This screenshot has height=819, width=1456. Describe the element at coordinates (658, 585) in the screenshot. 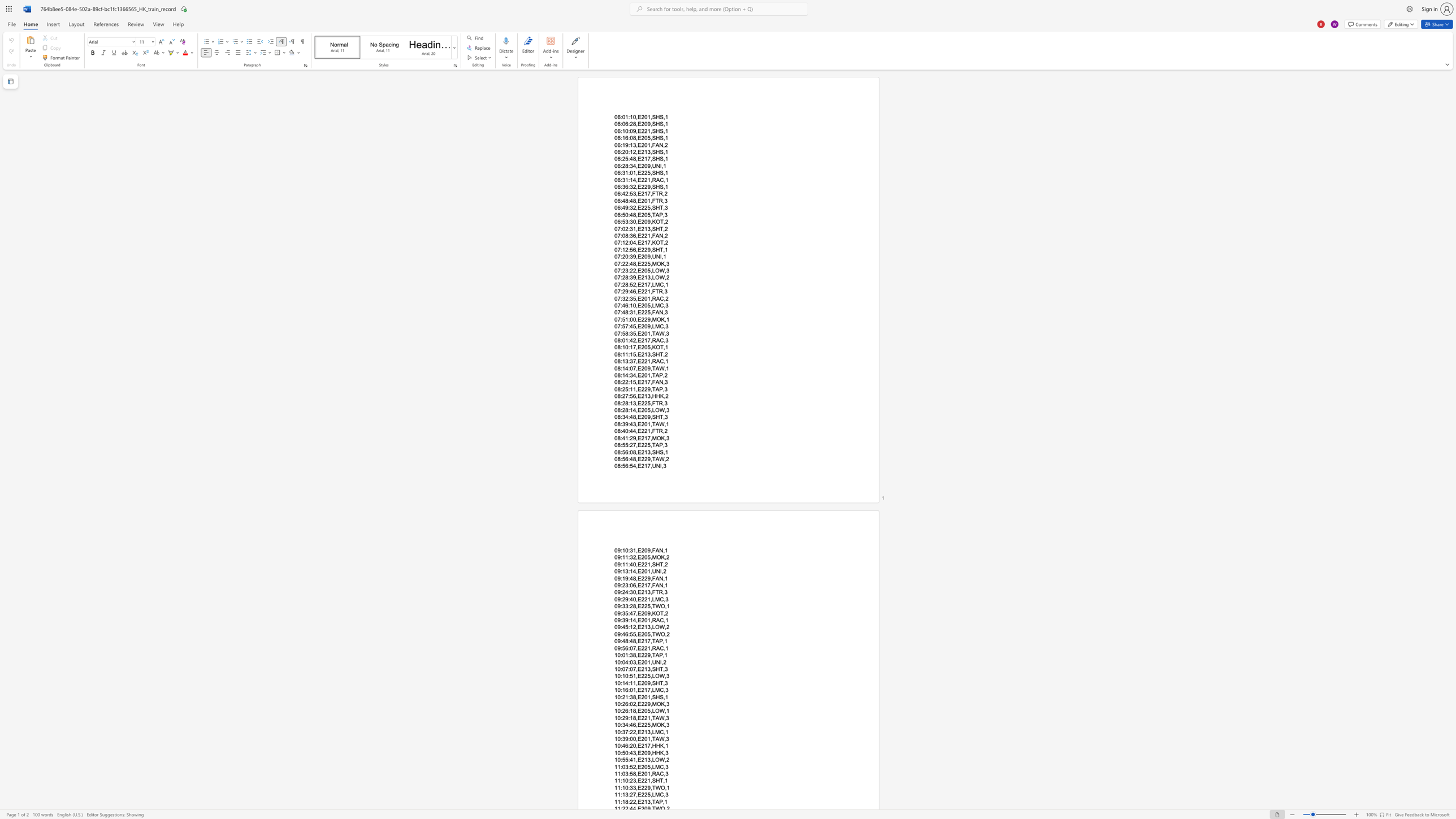

I see `the space between the continuous character "A" and "N" in the text` at that location.